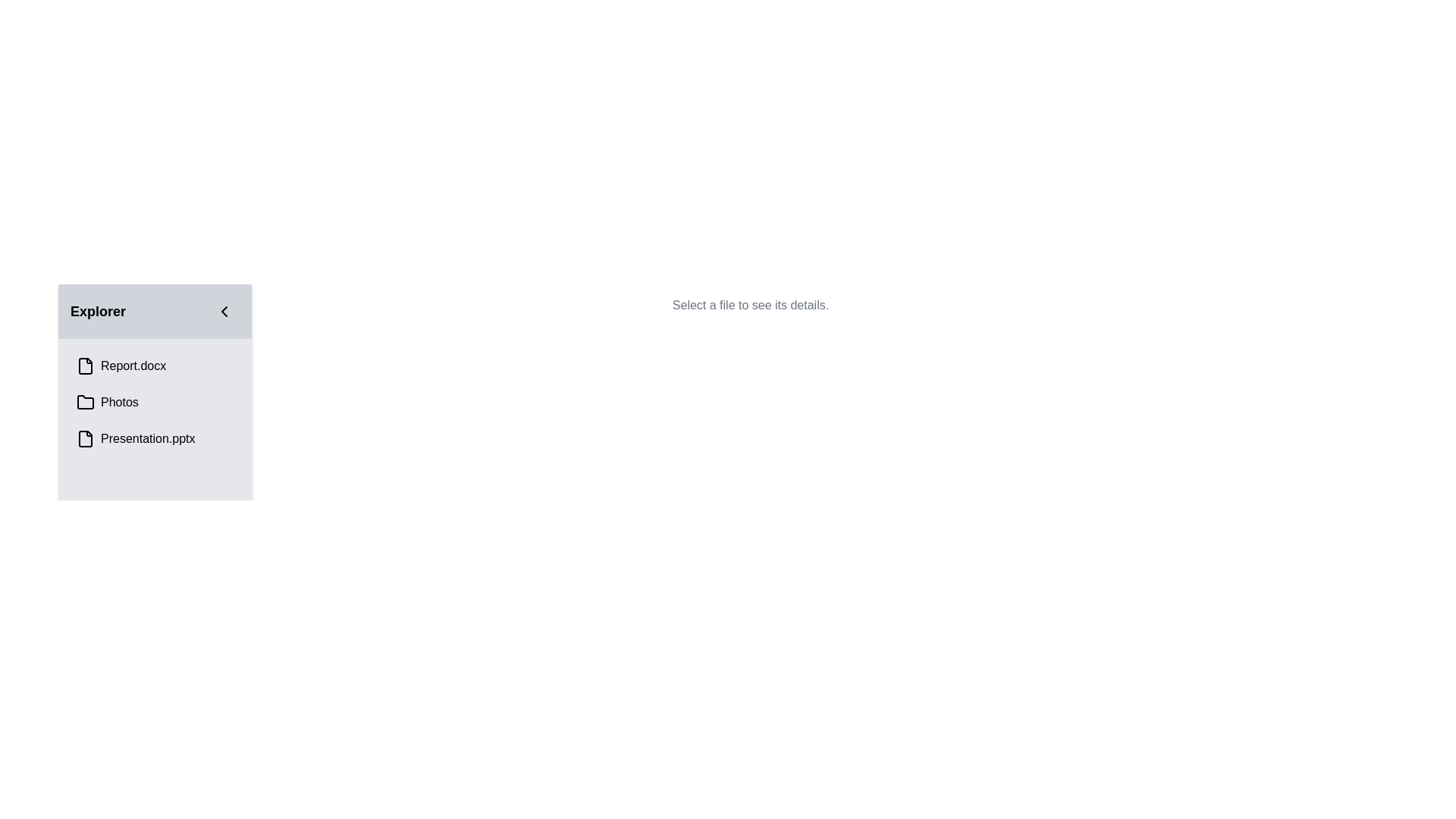  What do you see at coordinates (133, 366) in the screenshot?
I see `the selectable file item labeled 'Report.docx' in the left-hand sidebar under the 'Explorer' heading` at bounding box center [133, 366].